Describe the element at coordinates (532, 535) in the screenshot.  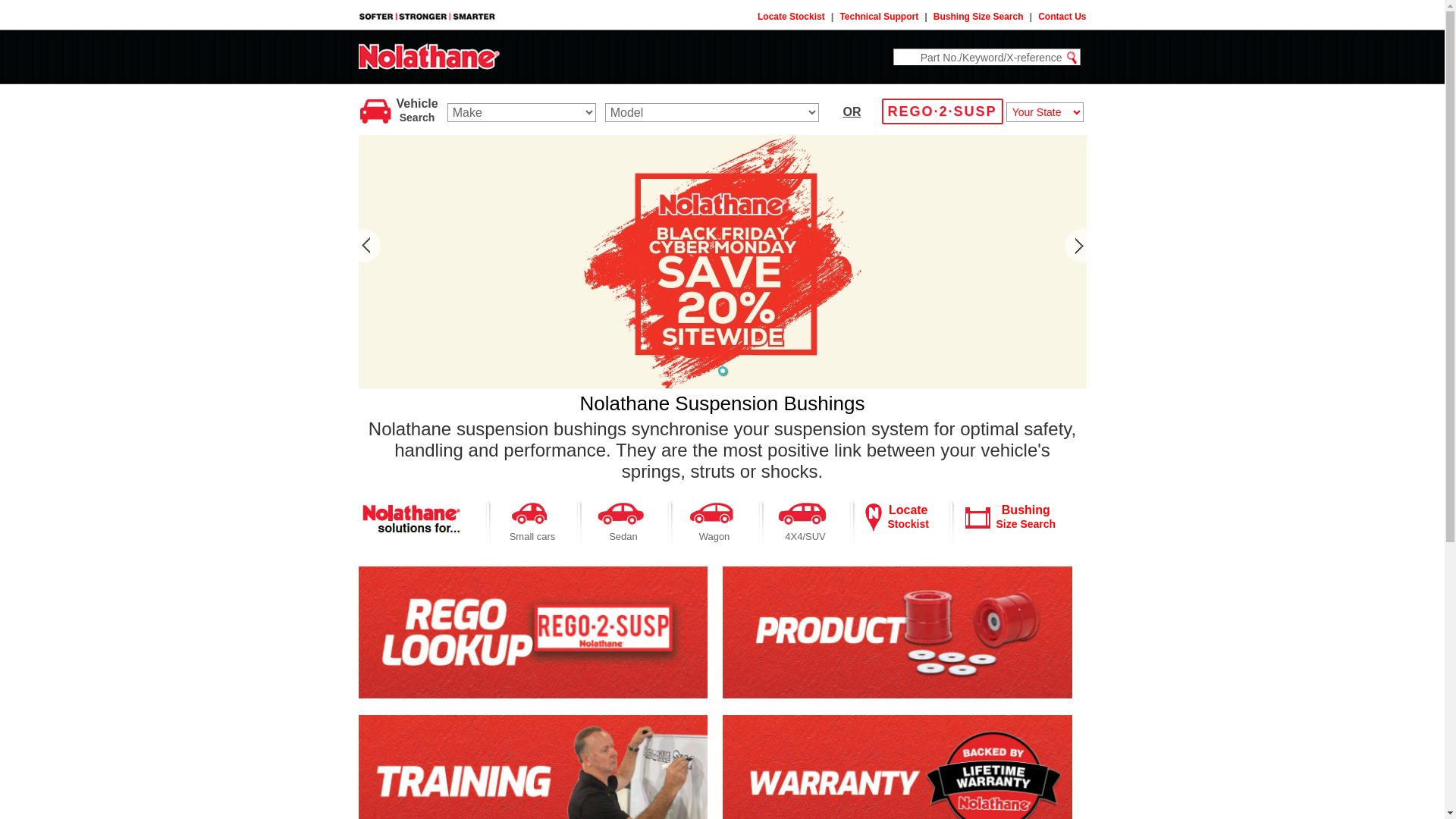
I see `'Small cars'` at that location.